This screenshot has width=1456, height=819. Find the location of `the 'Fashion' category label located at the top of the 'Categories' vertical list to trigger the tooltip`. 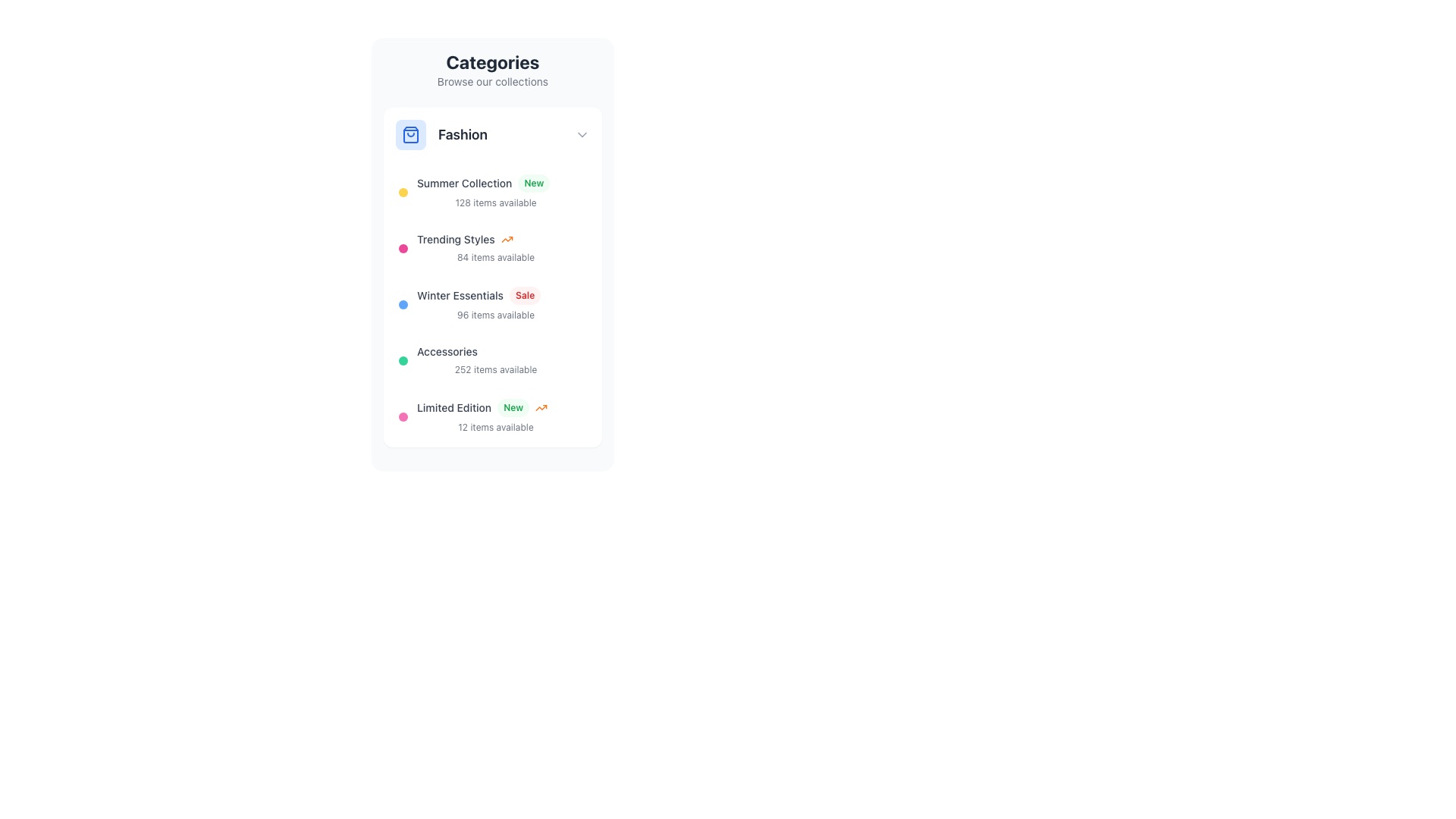

the 'Fashion' category label located at the top of the 'Categories' vertical list to trigger the tooltip is located at coordinates (484, 133).